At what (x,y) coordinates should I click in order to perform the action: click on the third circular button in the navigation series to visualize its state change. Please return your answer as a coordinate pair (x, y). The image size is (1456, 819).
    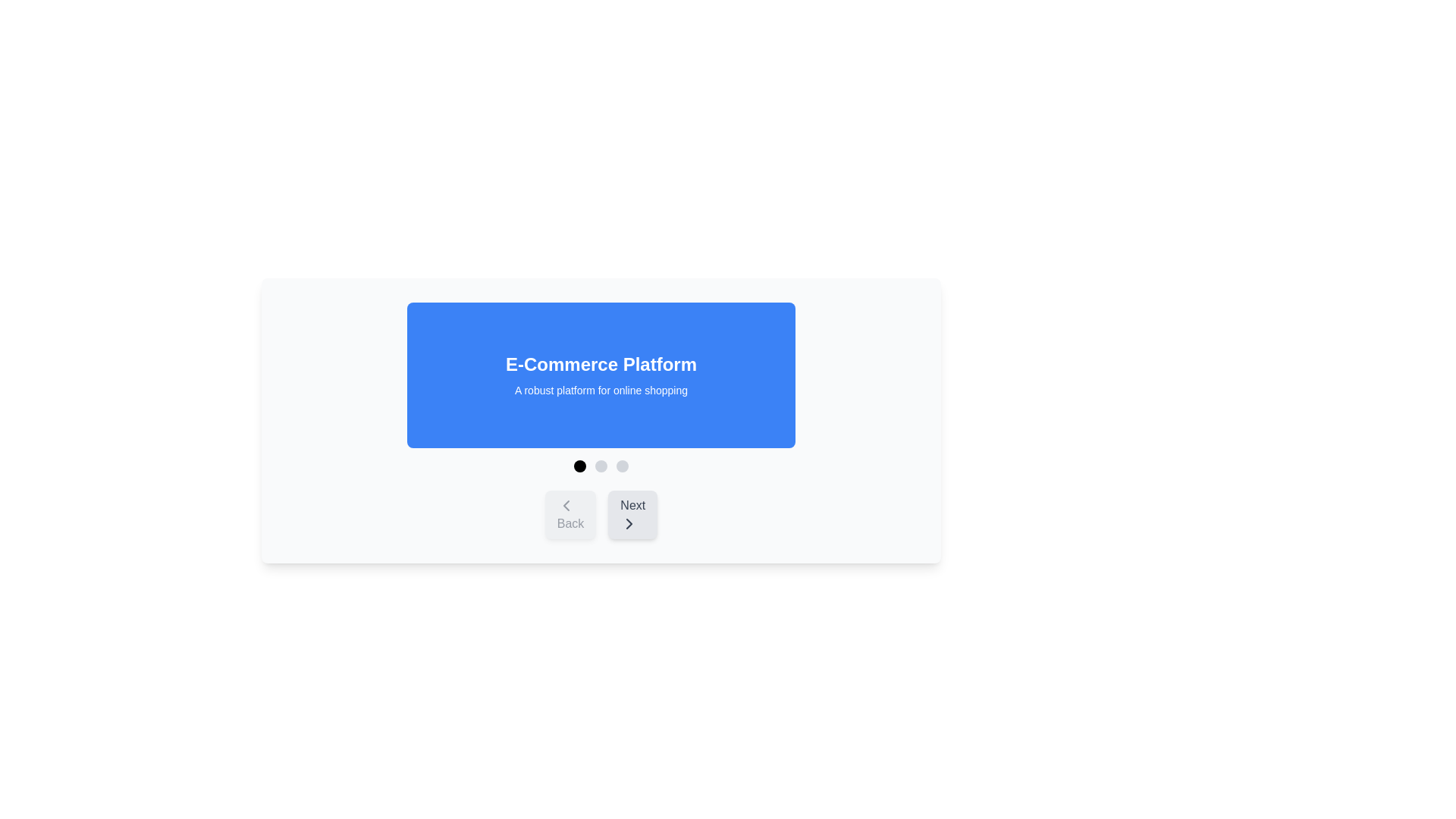
    Looking at the image, I should click on (622, 465).